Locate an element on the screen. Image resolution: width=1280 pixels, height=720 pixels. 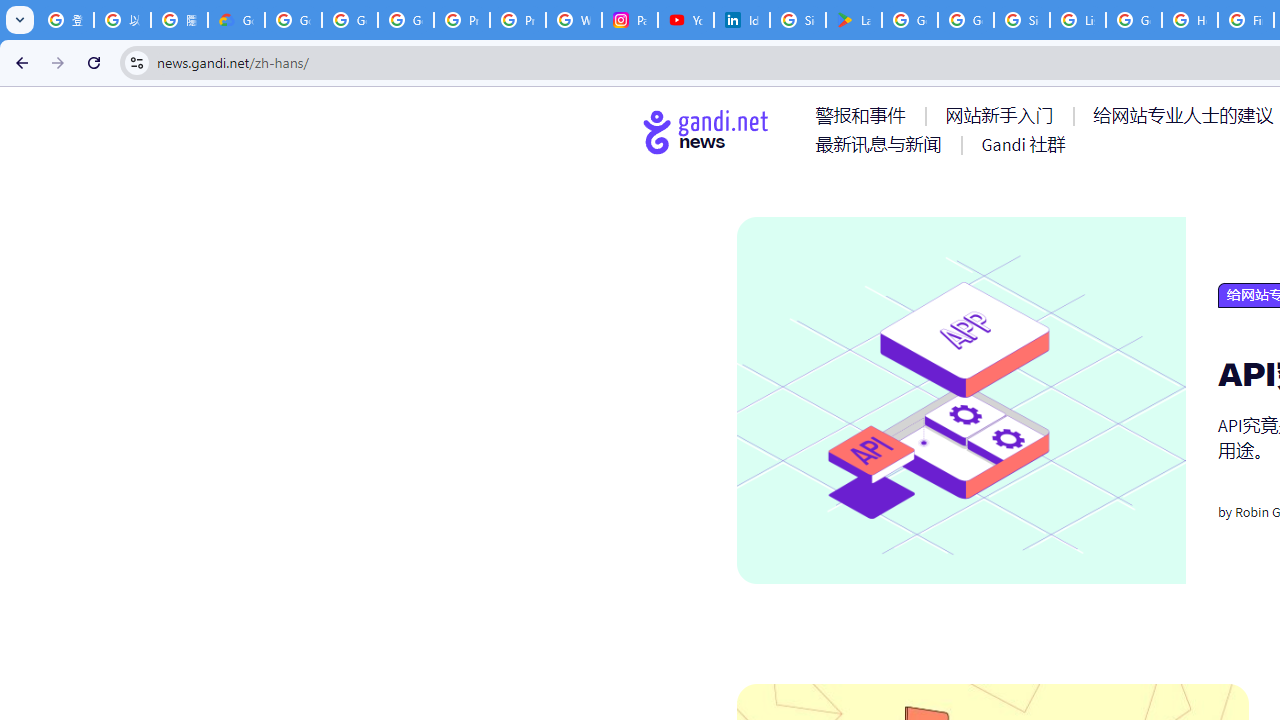
'Google Workspace - Specific Terms' is located at coordinates (966, 20).